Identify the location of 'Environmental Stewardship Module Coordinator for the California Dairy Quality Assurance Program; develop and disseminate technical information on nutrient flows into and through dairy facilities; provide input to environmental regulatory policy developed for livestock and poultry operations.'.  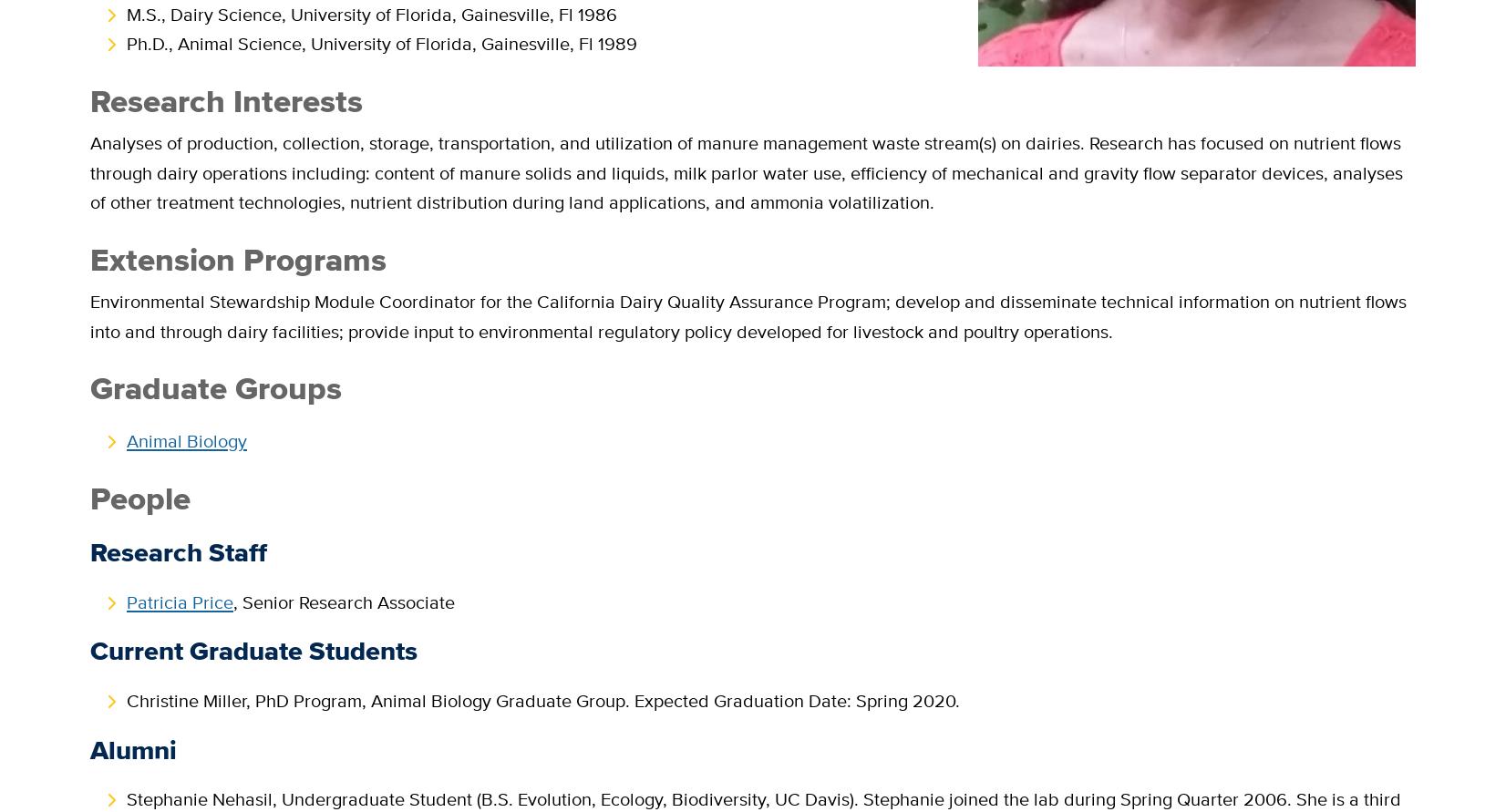
(89, 315).